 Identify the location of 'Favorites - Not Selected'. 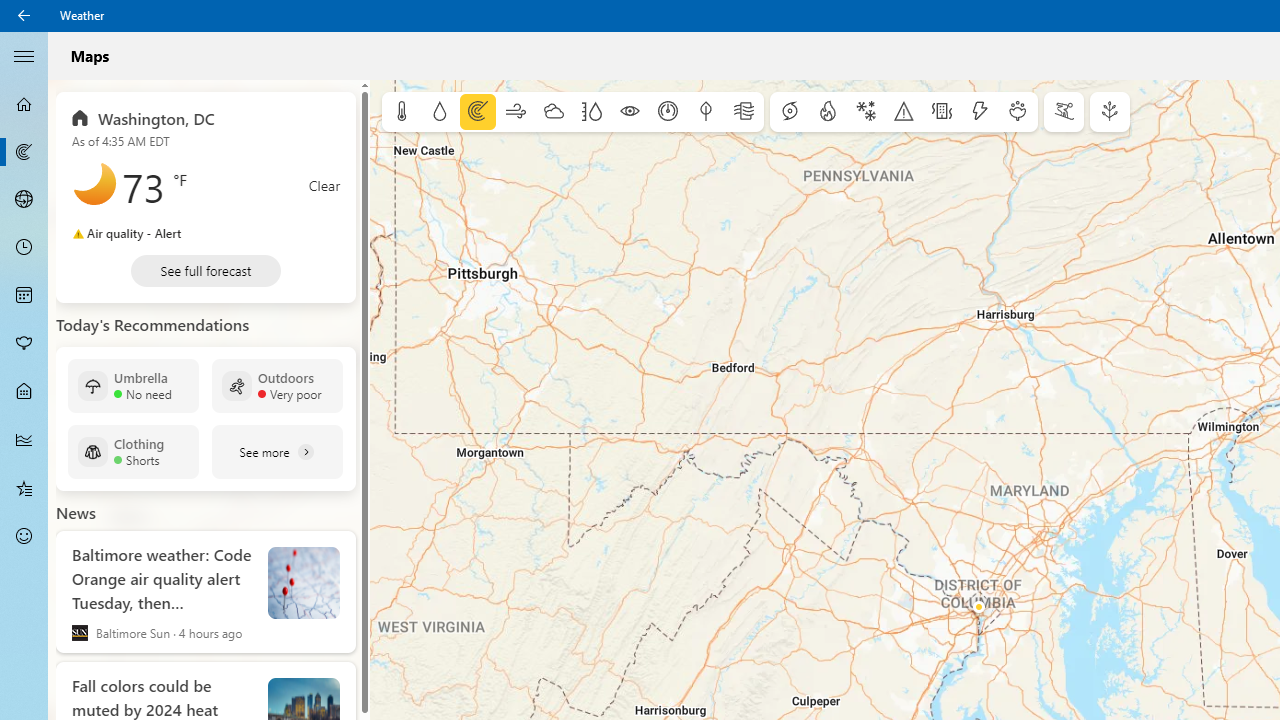
(24, 487).